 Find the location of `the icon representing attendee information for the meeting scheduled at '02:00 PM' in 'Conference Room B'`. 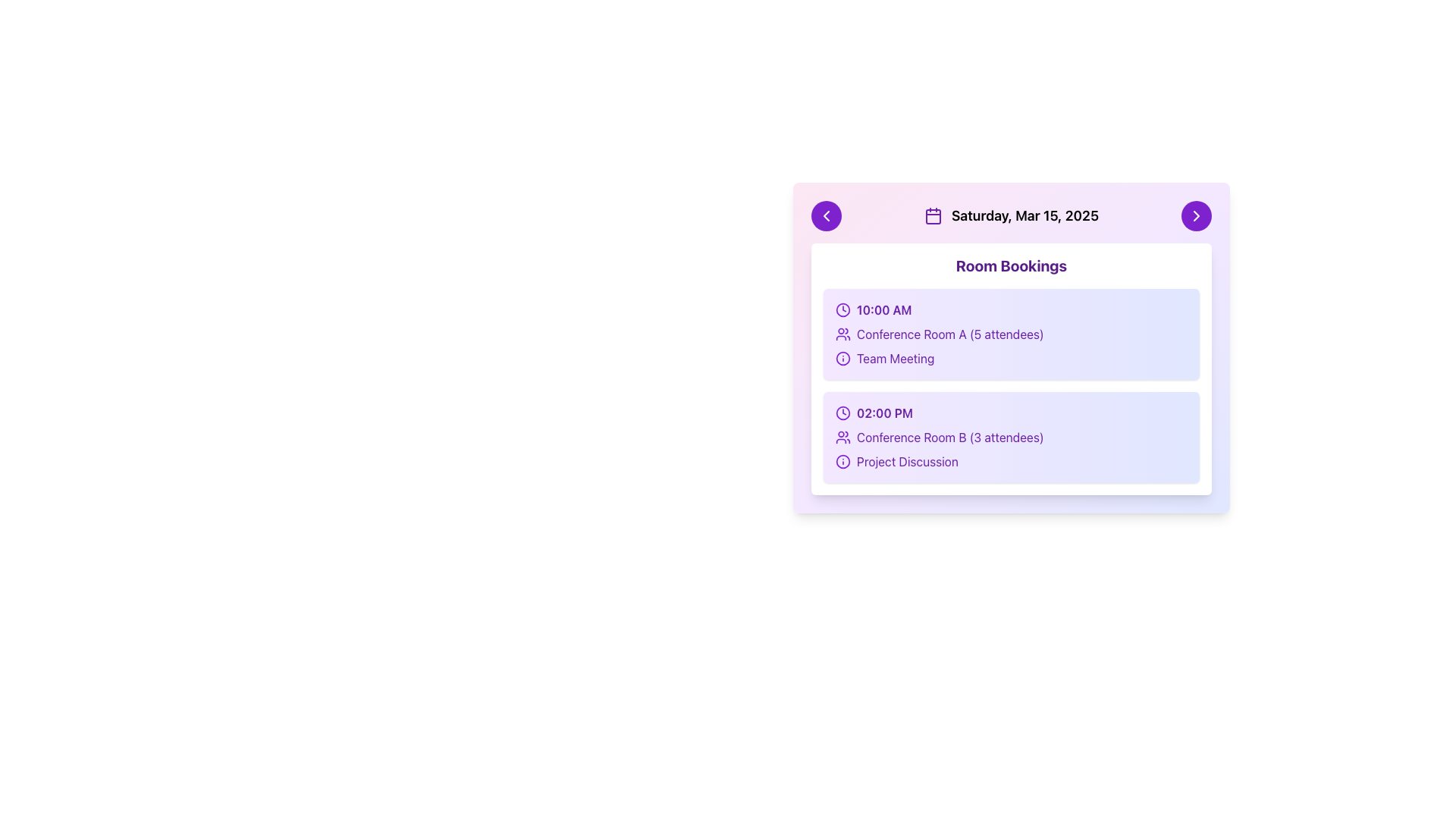

the icon representing attendee information for the meeting scheduled at '02:00 PM' in 'Conference Room B' is located at coordinates (843, 438).